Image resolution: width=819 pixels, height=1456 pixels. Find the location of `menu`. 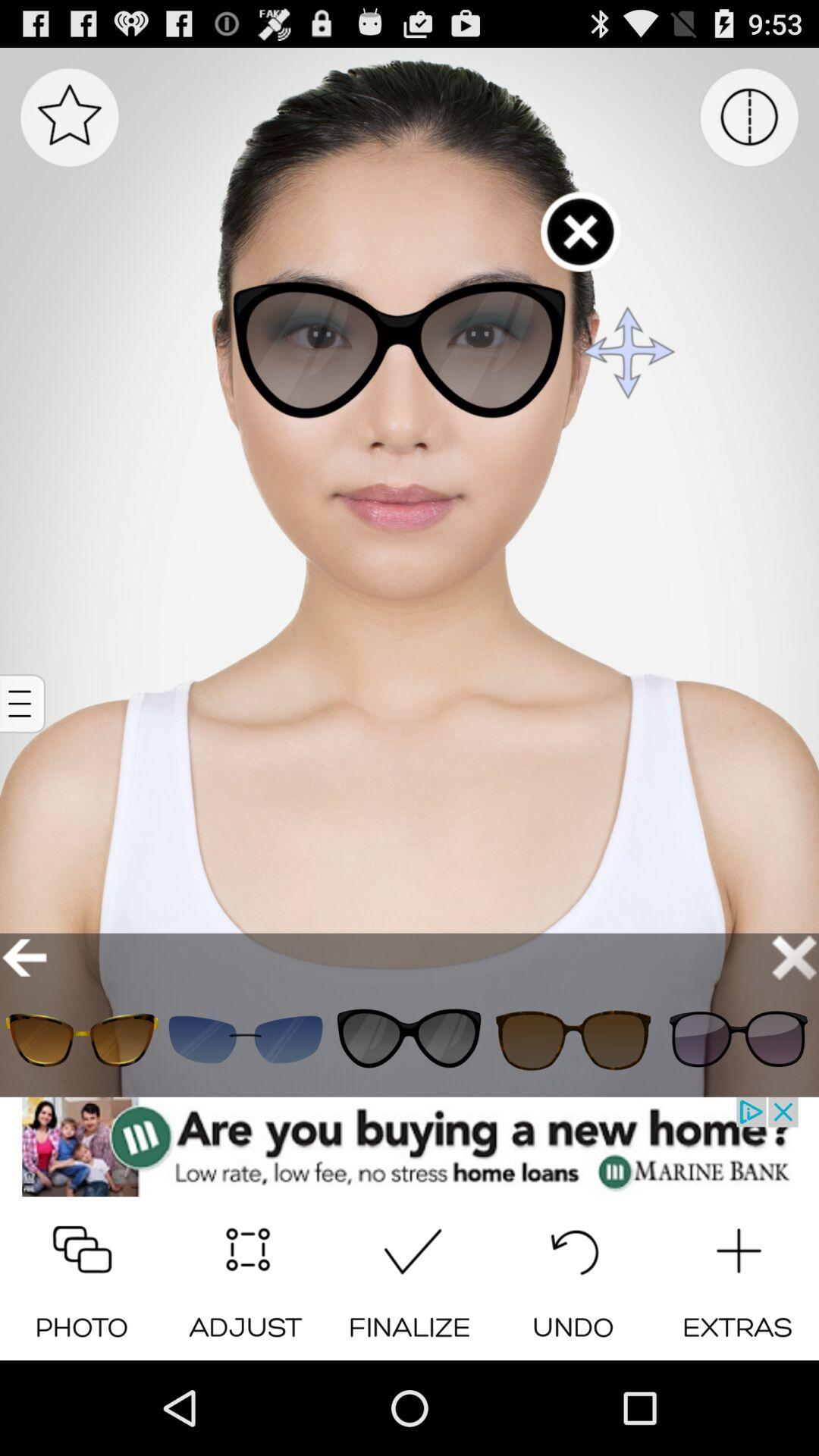

menu is located at coordinates (69, 116).